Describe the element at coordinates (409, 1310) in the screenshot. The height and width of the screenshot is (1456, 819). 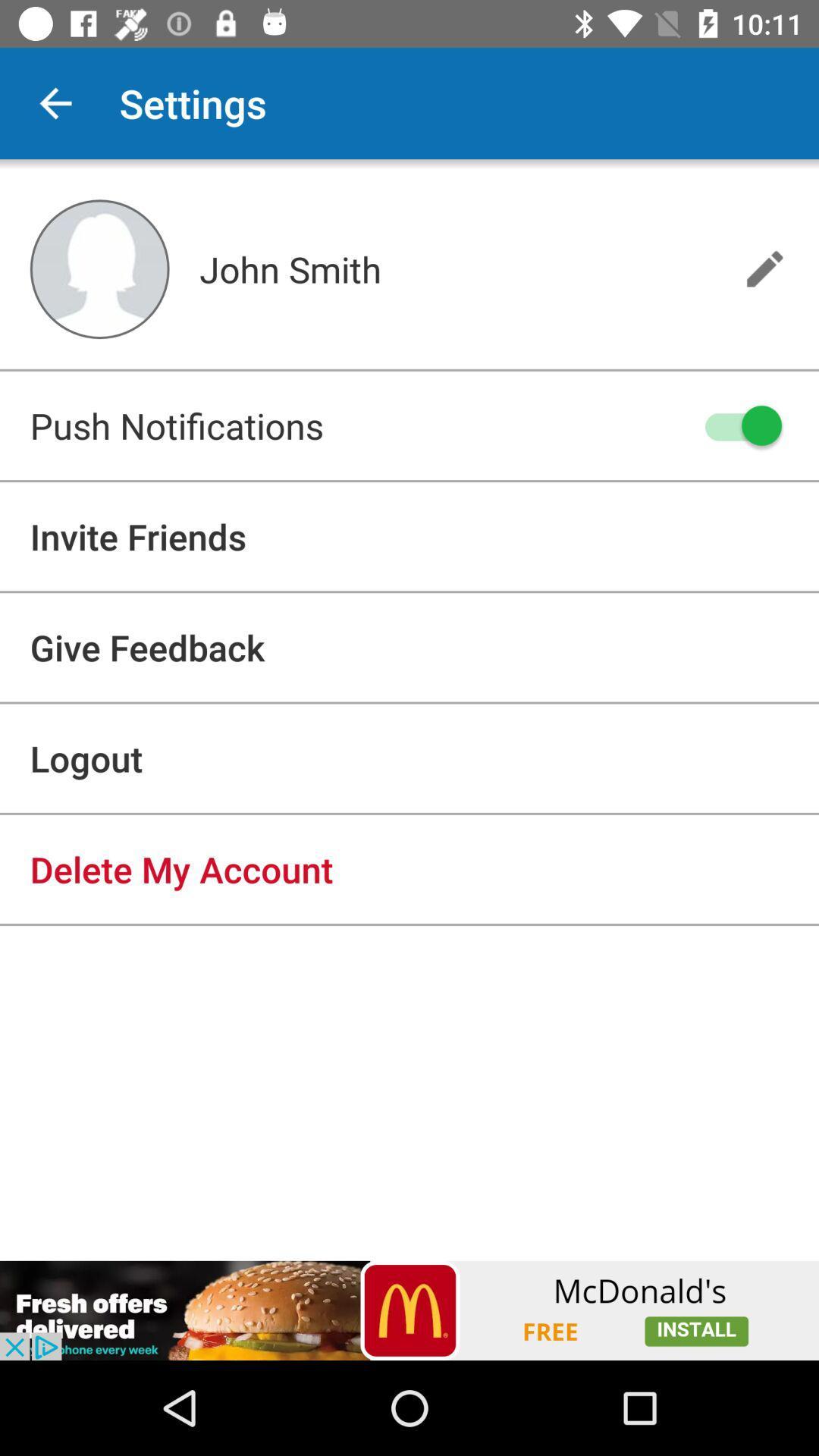
I see `advertisement` at that location.